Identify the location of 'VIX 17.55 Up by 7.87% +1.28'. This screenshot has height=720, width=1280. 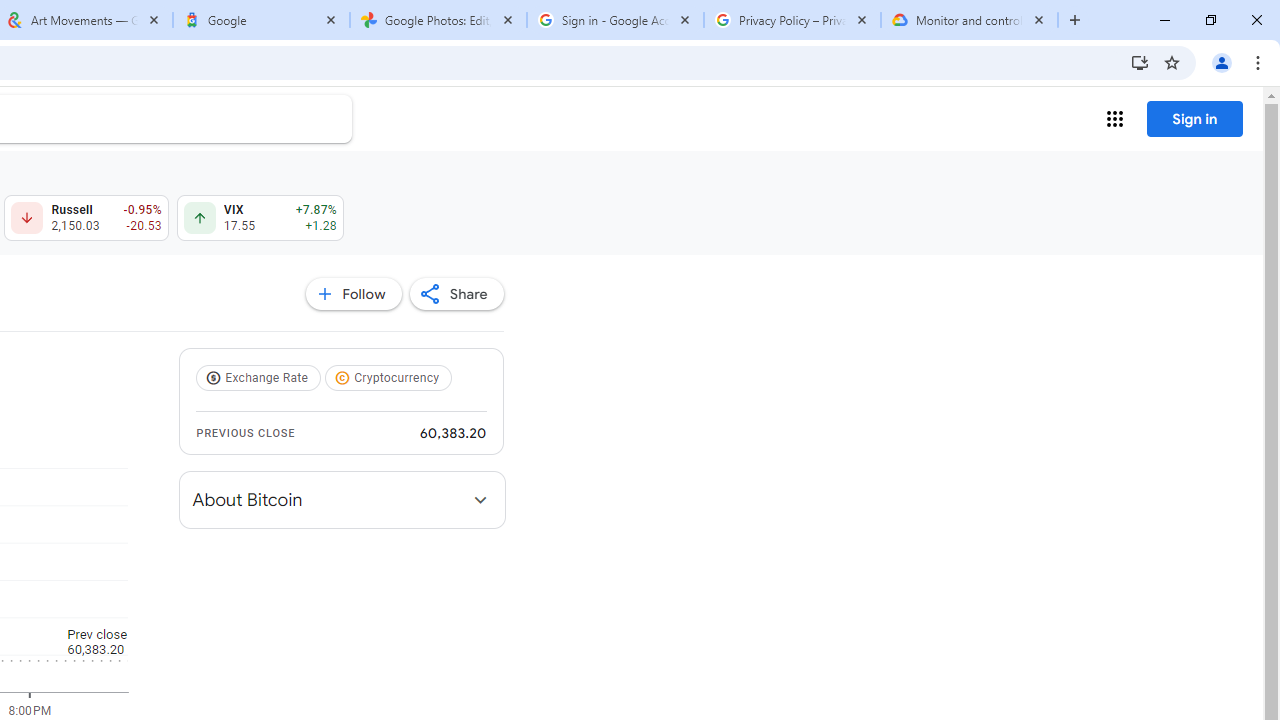
(259, 218).